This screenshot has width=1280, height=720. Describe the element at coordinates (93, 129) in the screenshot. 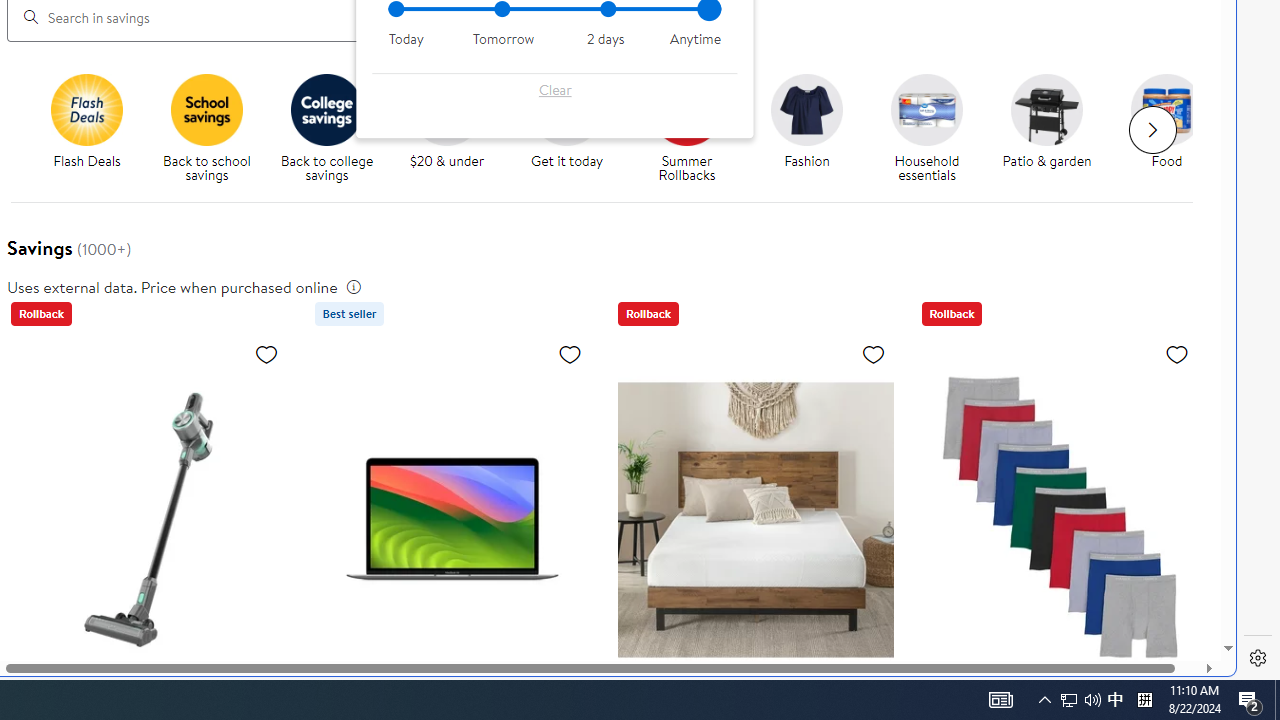

I see `'Flash Deals'` at that location.